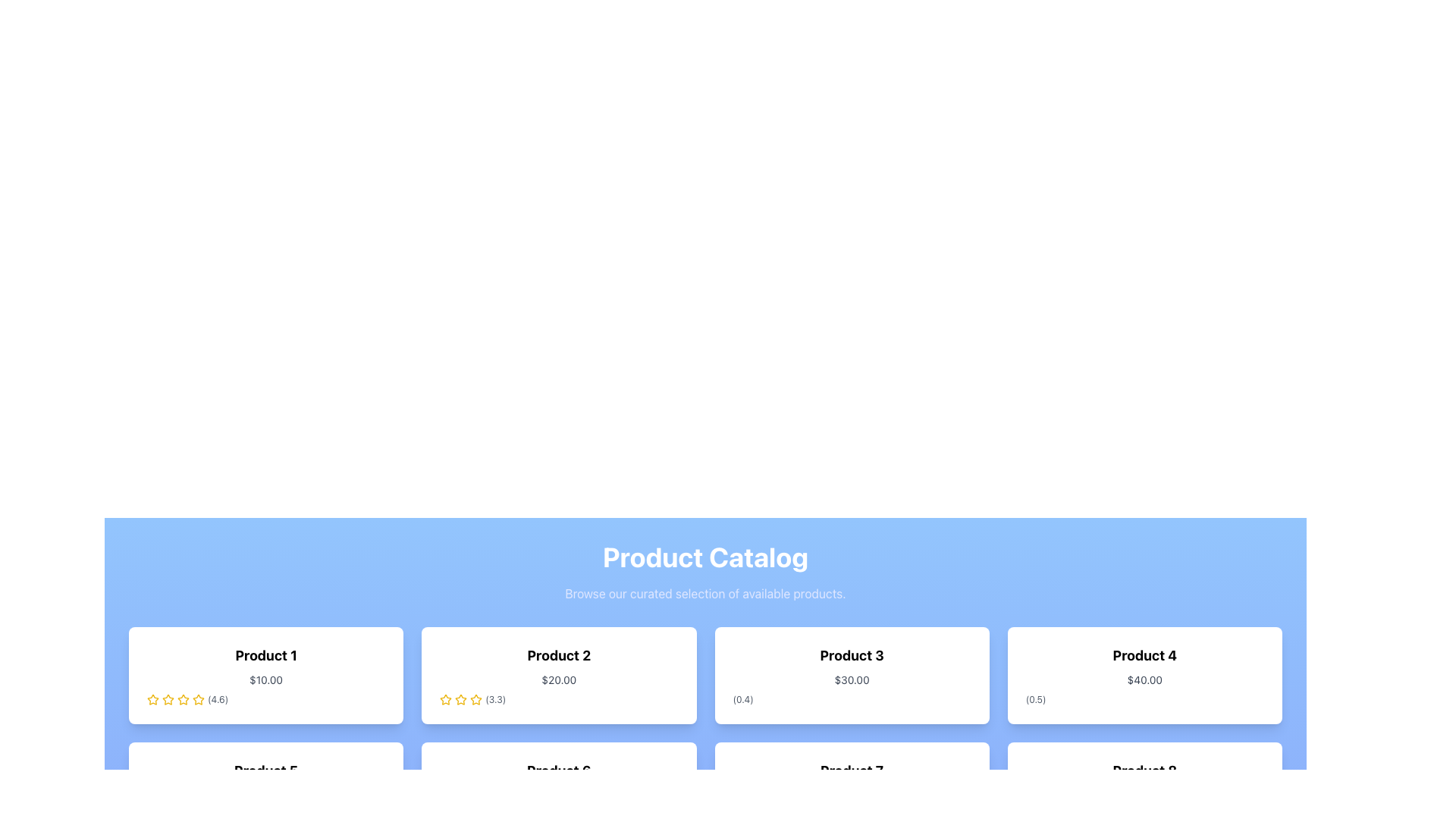 Image resolution: width=1456 pixels, height=819 pixels. I want to click on the product title text label located at the topmost position within the card in the bottom right of the grid layout, which serves as the identifier for the showcased item, so click(1144, 771).